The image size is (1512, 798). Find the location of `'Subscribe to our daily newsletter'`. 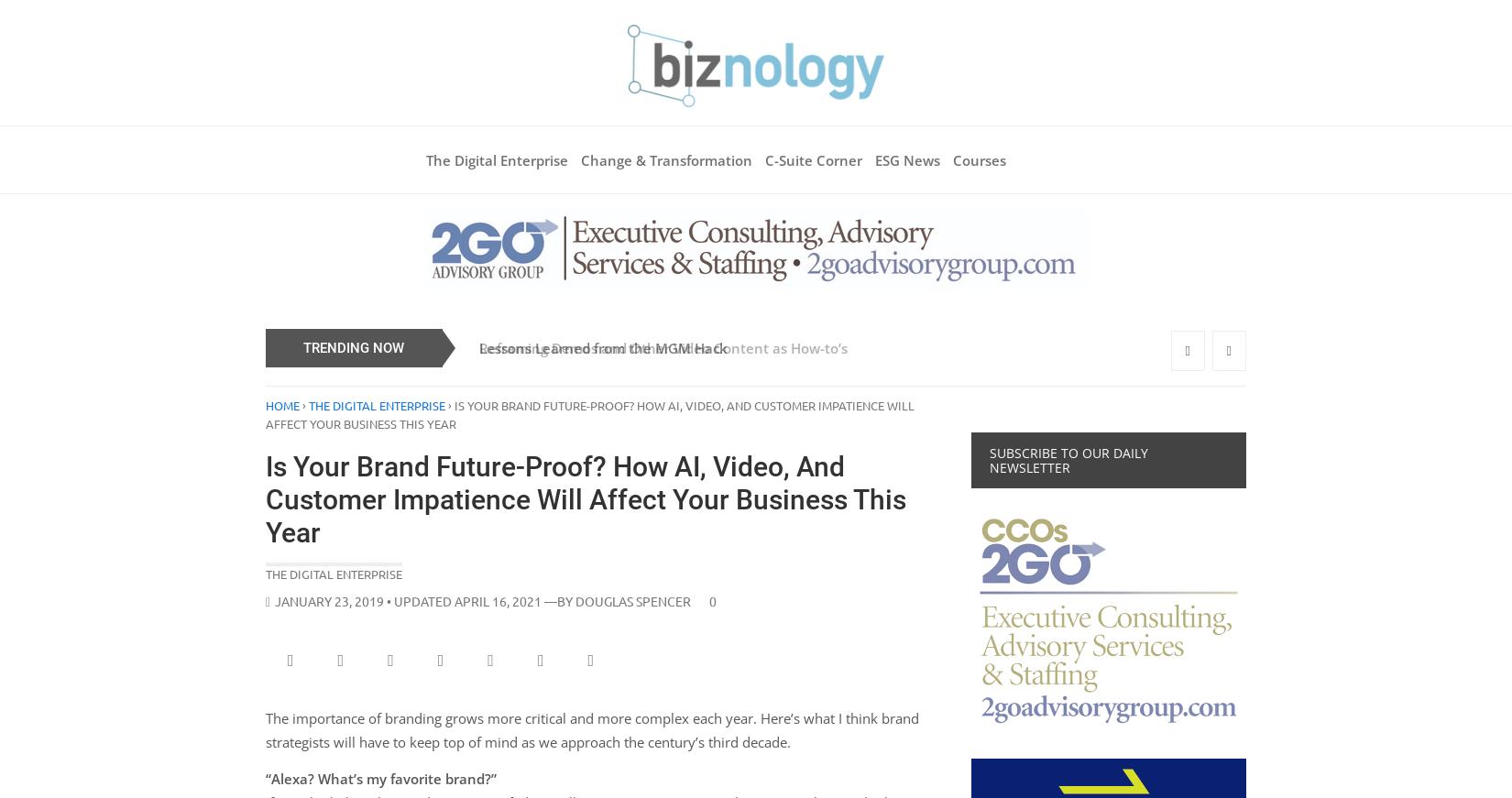

'Subscribe to our daily newsletter' is located at coordinates (1068, 459).